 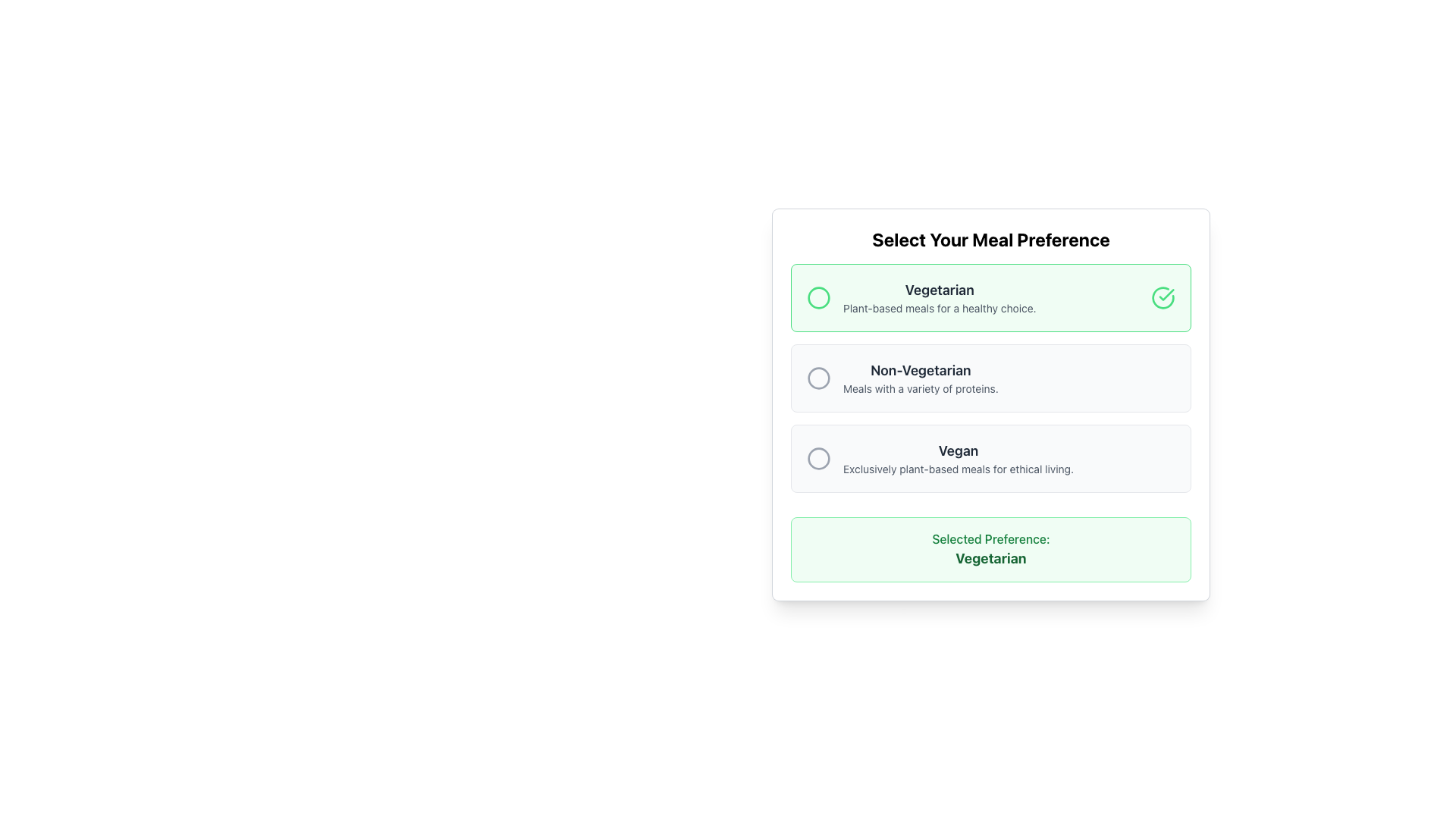 What do you see at coordinates (990, 377) in the screenshot?
I see `the selectable list item titled 'Non-Vegetarian'` at bounding box center [990, 377].